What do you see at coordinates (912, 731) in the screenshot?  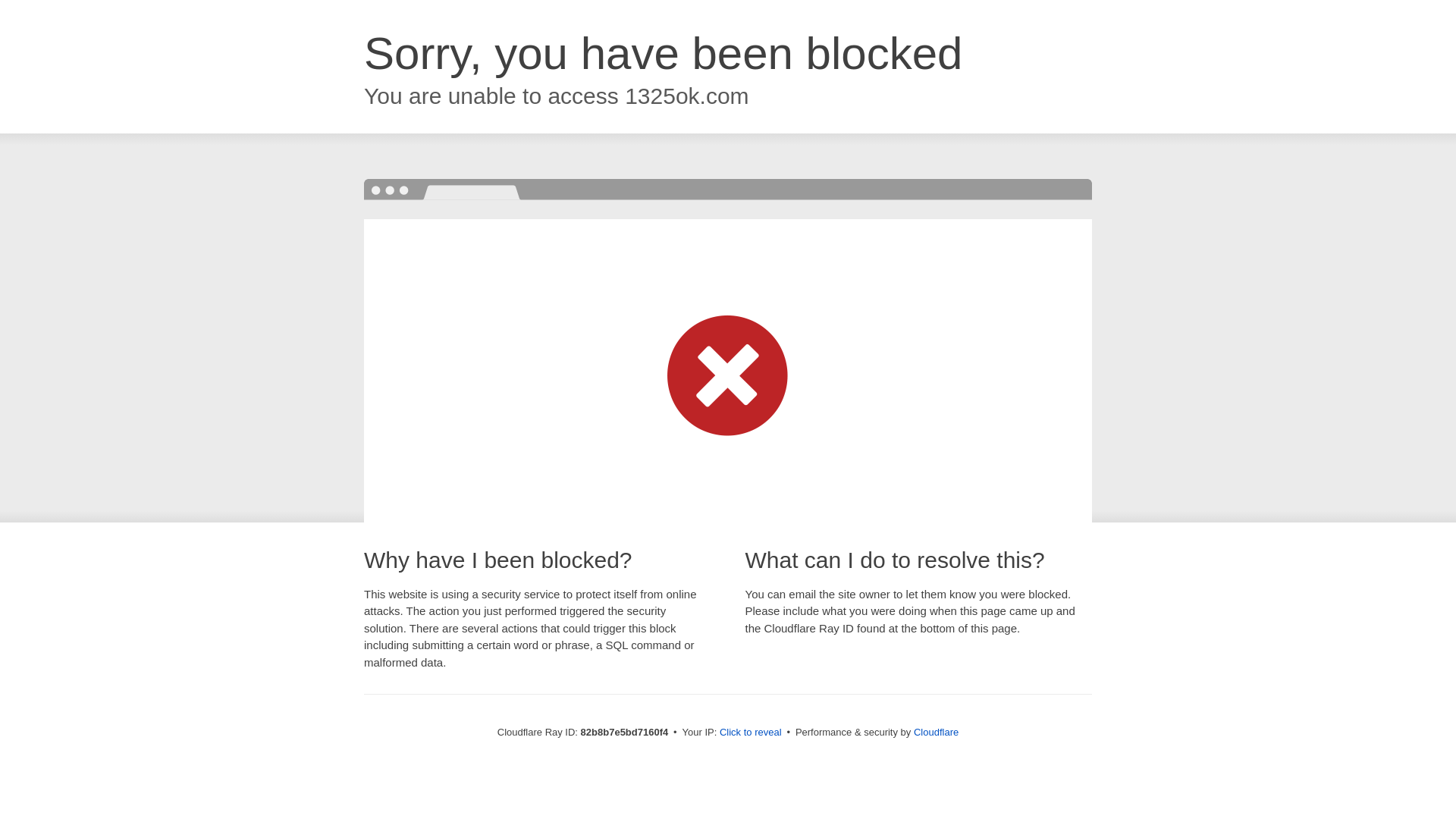 I see `'Cloudflare'` at bounding box center [912, 731].